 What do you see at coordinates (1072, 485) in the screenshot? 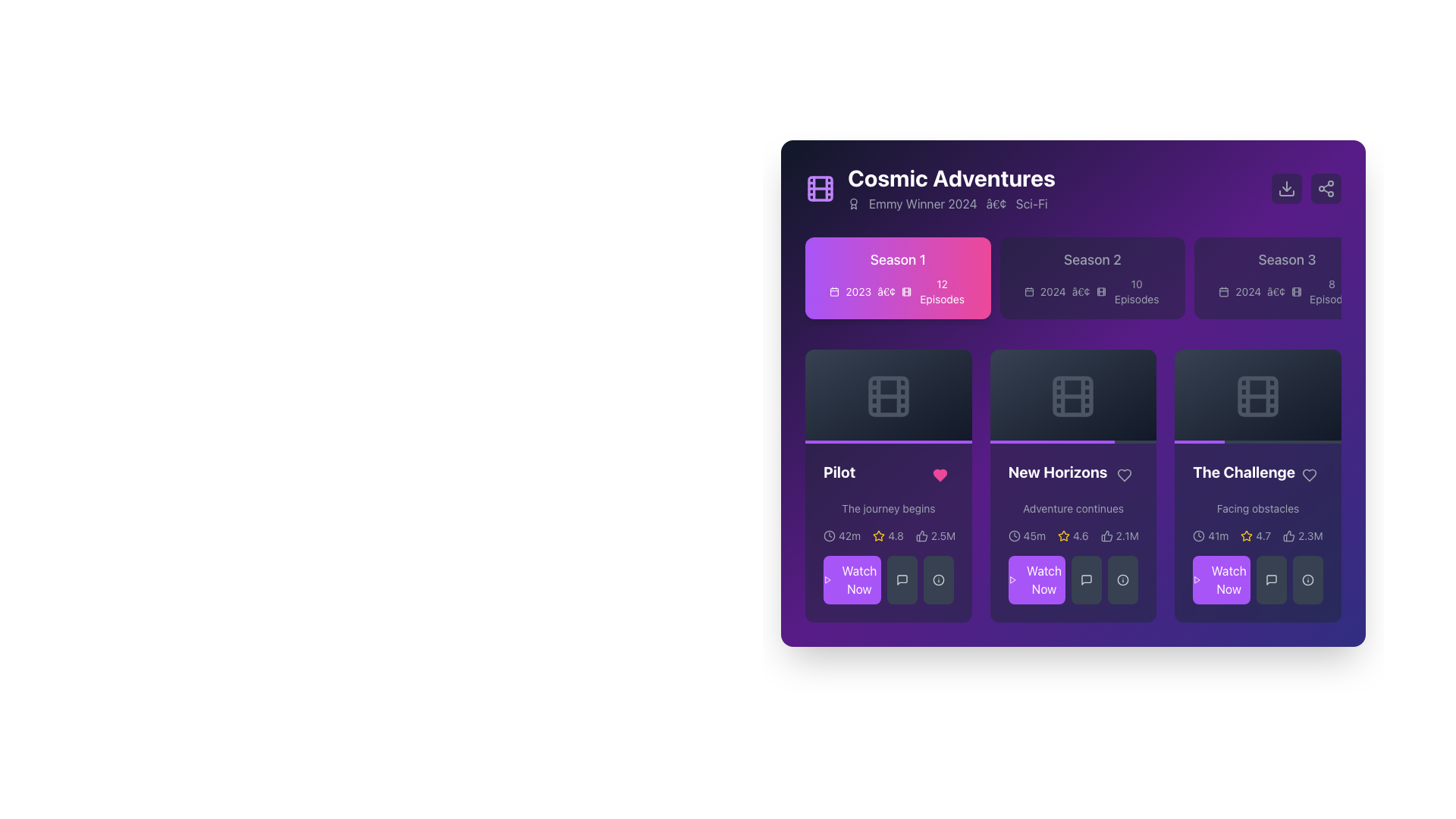
I see `the heart icon located on the card titled 'New Horizons' in the second column of the grid layout under 'Season 1'` at bounding box center [1072, 485].